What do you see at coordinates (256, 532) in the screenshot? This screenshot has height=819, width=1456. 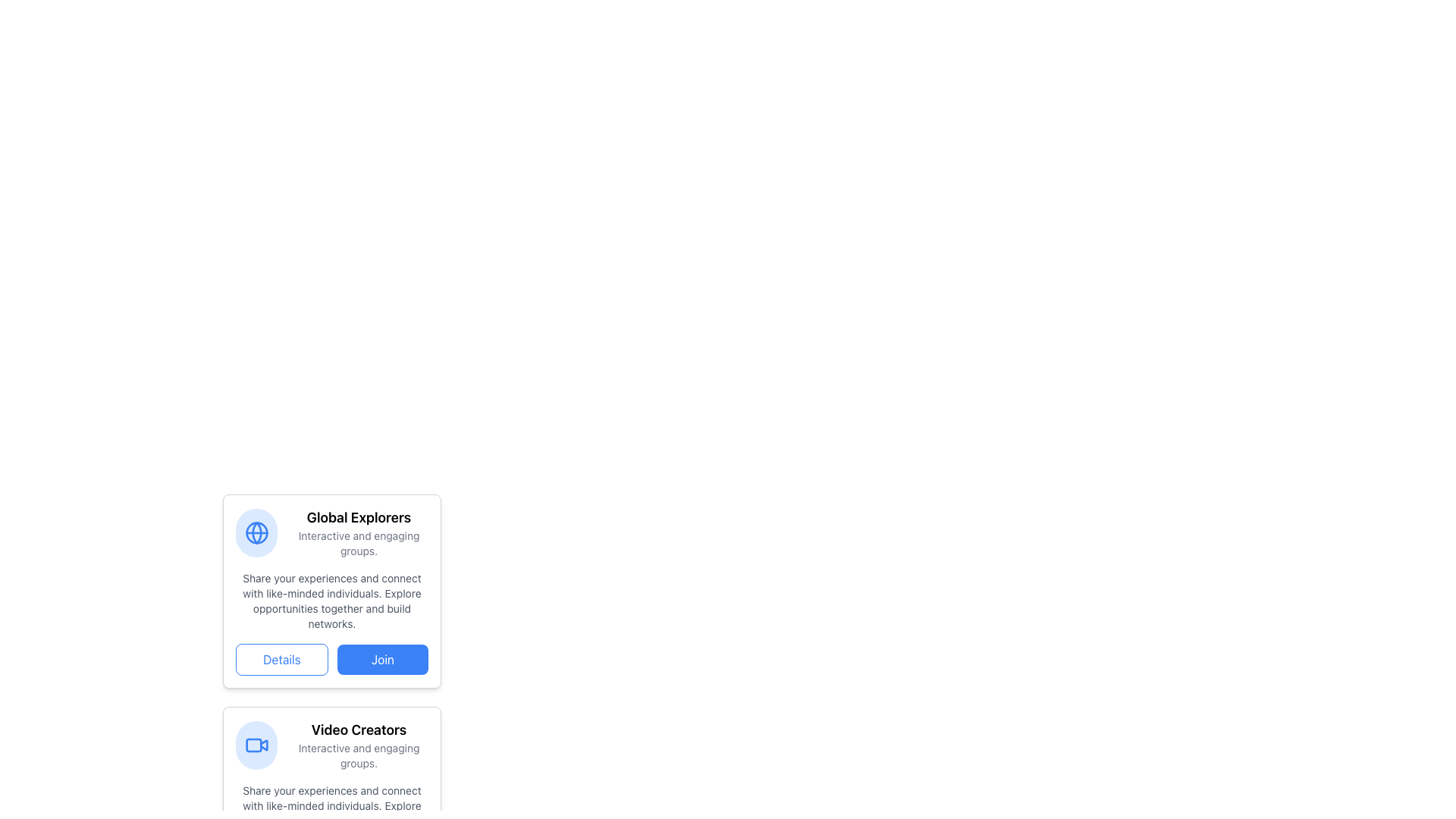 I see `the circular globe icon with a blue outline, located above the title 'Global Explorers' within the card component` at bounding box center [256, 532].